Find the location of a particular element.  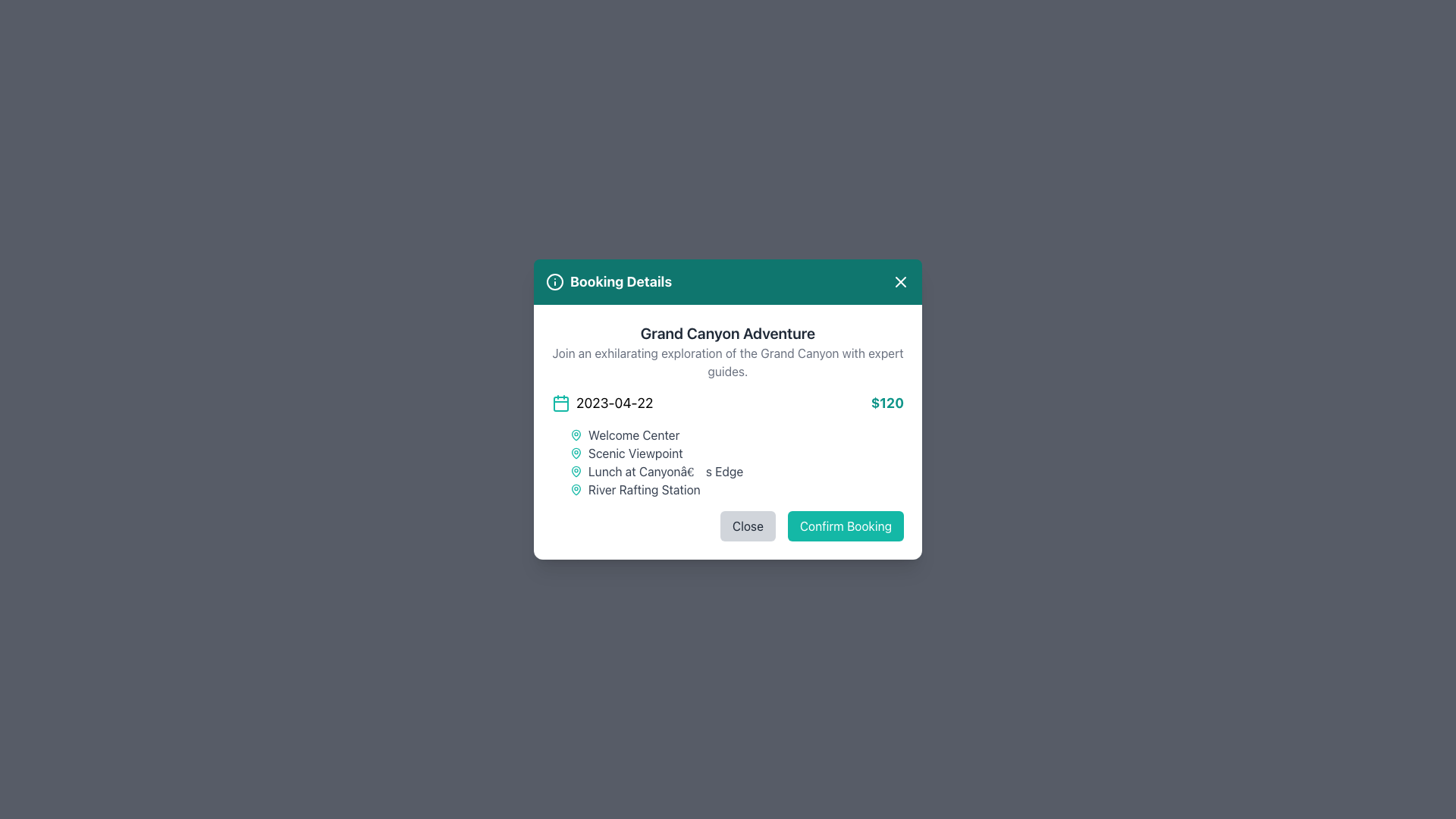

the decorative circle icon located at the top-left corner of the 'Booking Details' header in the popup window is located at coordinates (554, 281).